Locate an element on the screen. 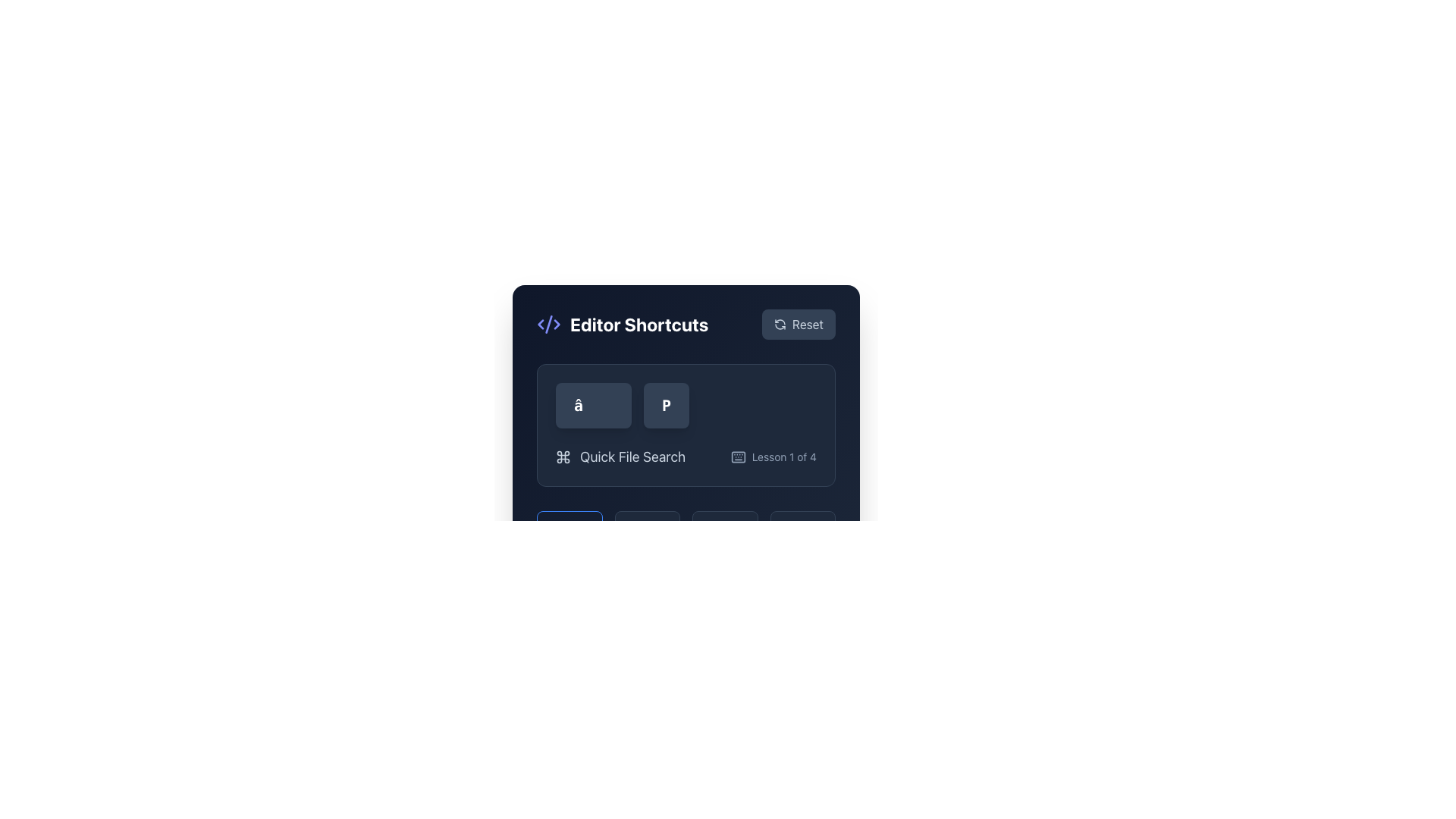  the 'Quick File Search' icon located to the left of the text label 'Quick File Search' is located at coordinates (563, 456).